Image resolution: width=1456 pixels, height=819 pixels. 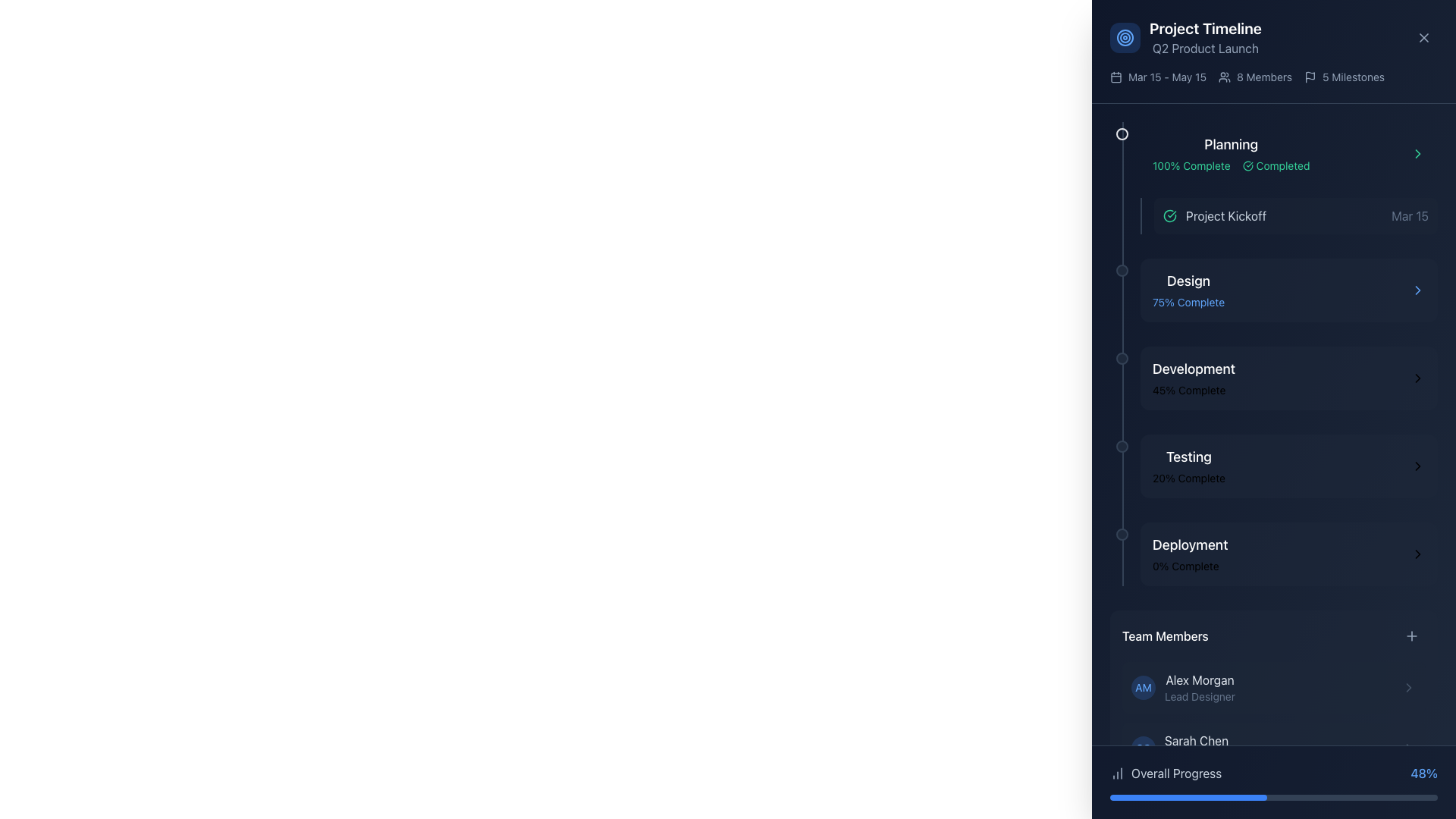 What do you see at coordinates (1169, 216) in the screenshot?
I see `the circular emerald-green icon with a checkmark indicating completion, located to the left of the 'Project Kickoff' text in the timeline interface under the 'Planning' section` at bounding box center [1169, 216].